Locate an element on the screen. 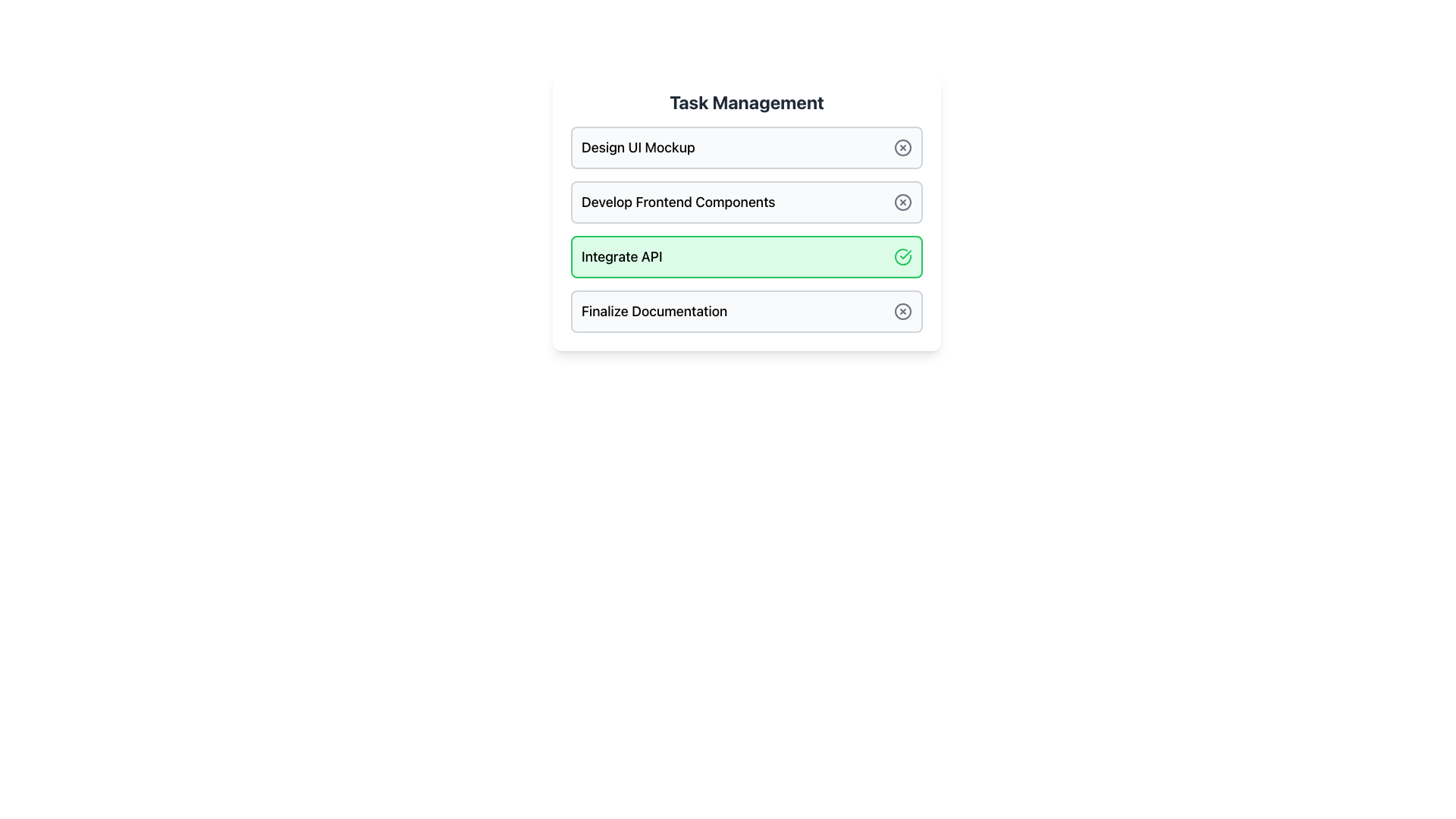 This screenshot has height=819, width=1456. the cancel button for the 'Develop Frontend Components' task located in the second row of the task management interface is located at coordinates (902, 201).